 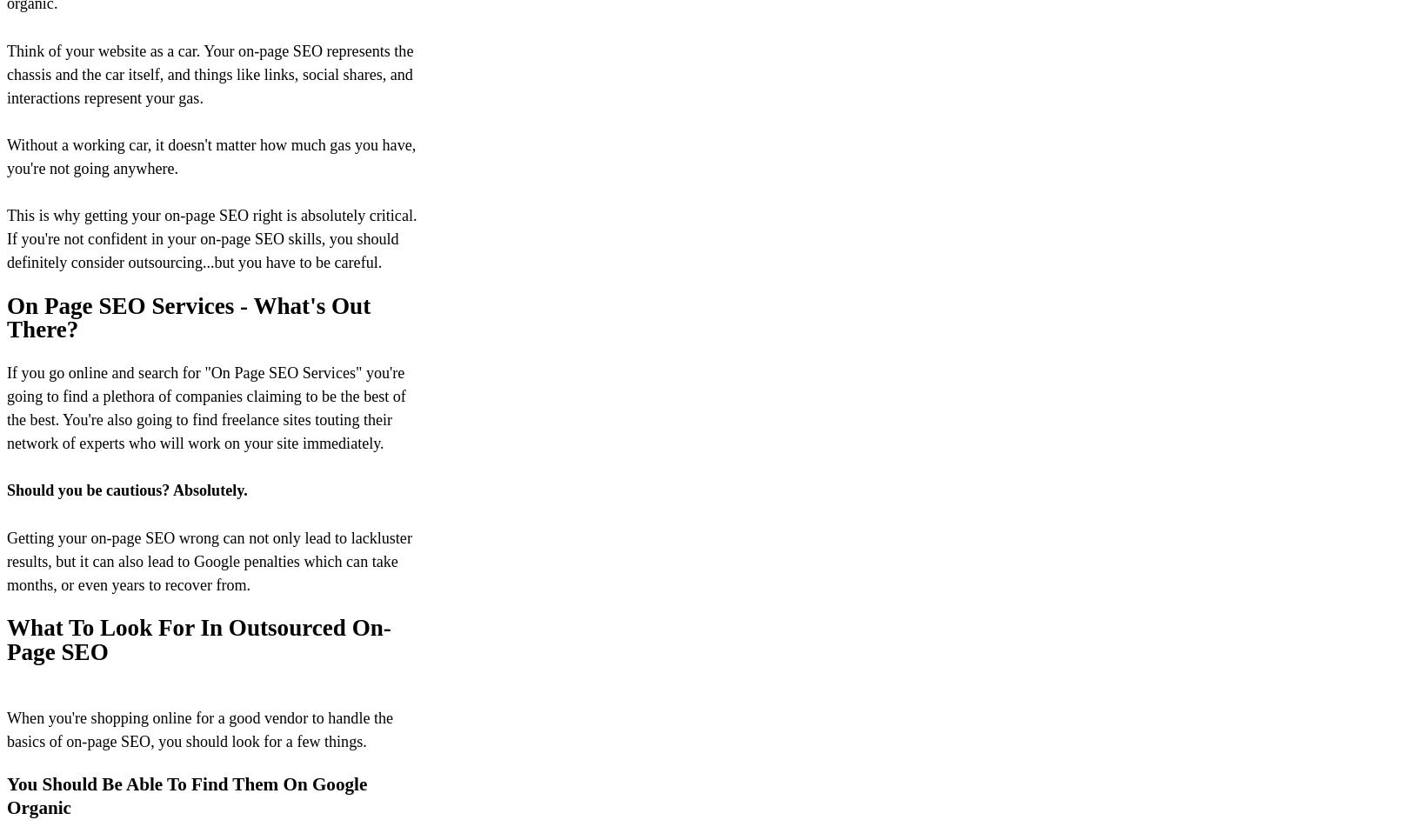 What do you see at coordinates (209, 559) in the screenshot?
I see `'Getting your on-page SEO wrong can not only lead to lackluster results, but it can also lead to Google penalties which can take months, or even years to recover from.'` at bounding box center [209, 559].